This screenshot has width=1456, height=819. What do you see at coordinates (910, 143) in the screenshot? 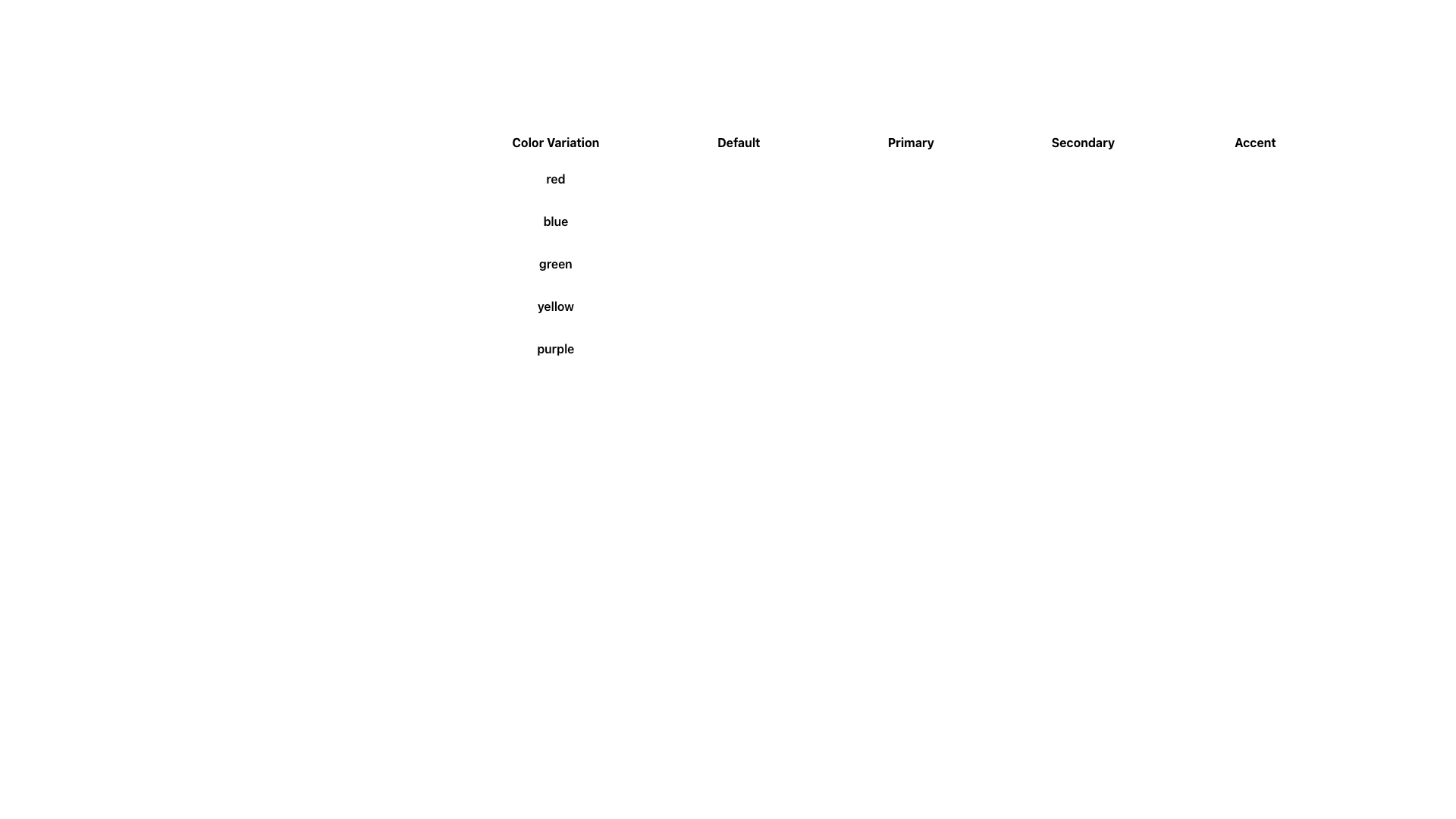
I see `the 'Primary' text label, which is styled with medium font weight and black color, positioned third among five horizontal labels` at bounding box center [910, 143].